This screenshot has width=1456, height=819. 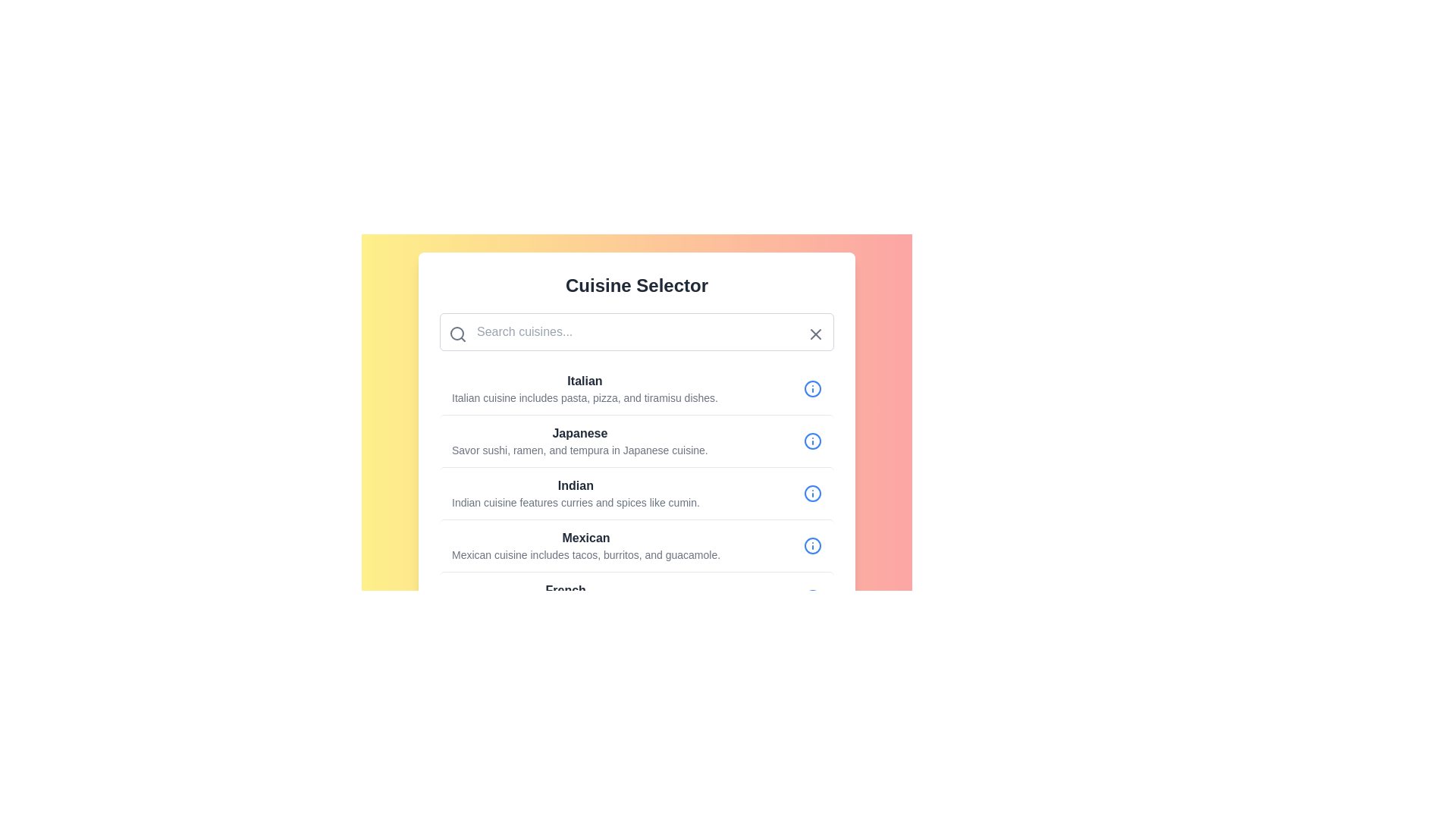 What do you see at coordinates (811, 388) in the screenshot?
I see `the informational icon positioned on the rightmost side of the 'Italian' item in the list` at bounding box center [811, 388].